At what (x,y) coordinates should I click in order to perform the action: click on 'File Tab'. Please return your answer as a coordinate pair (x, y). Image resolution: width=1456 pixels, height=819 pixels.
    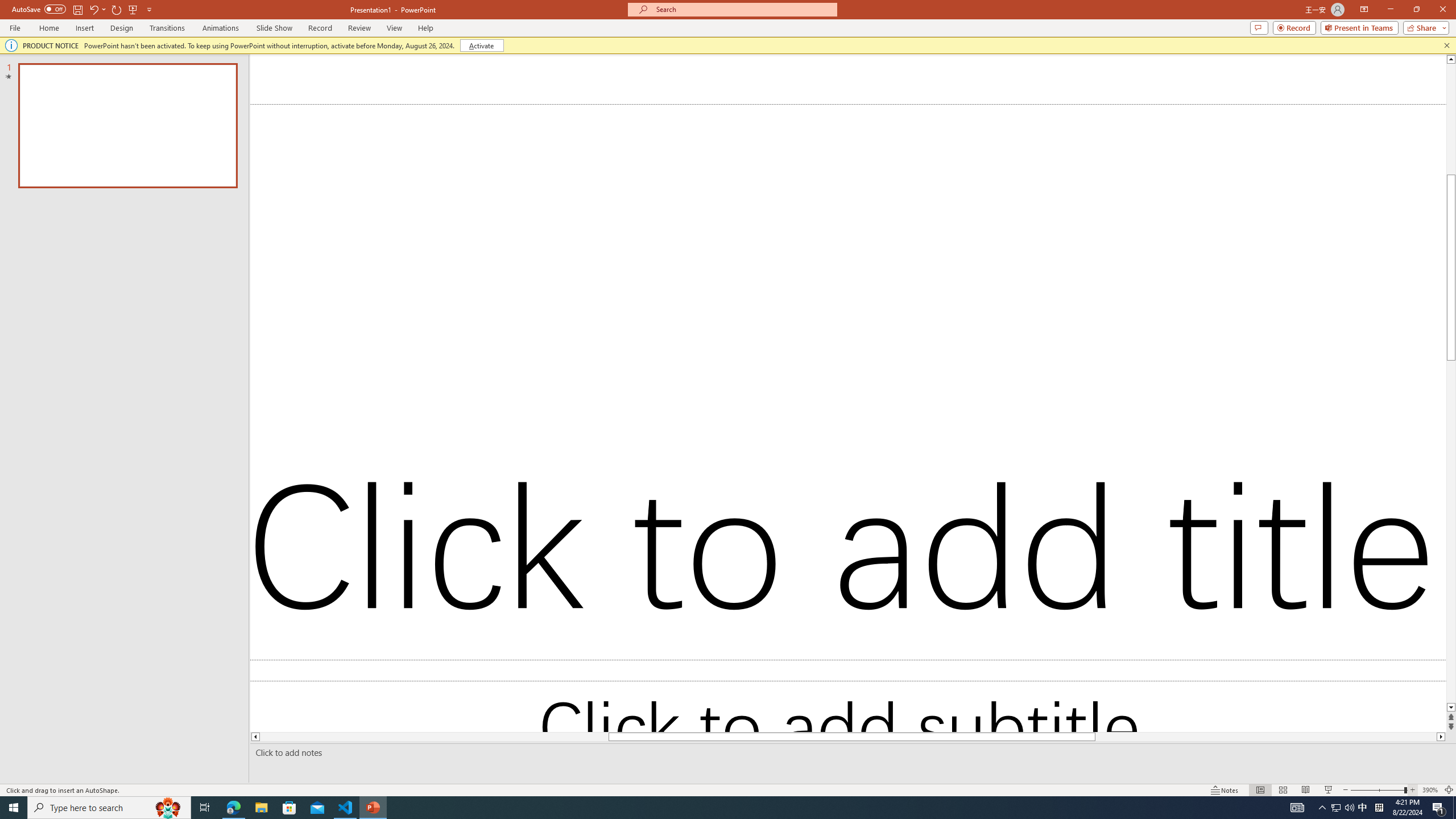
    Looking at the image, I should click on (14, 27).